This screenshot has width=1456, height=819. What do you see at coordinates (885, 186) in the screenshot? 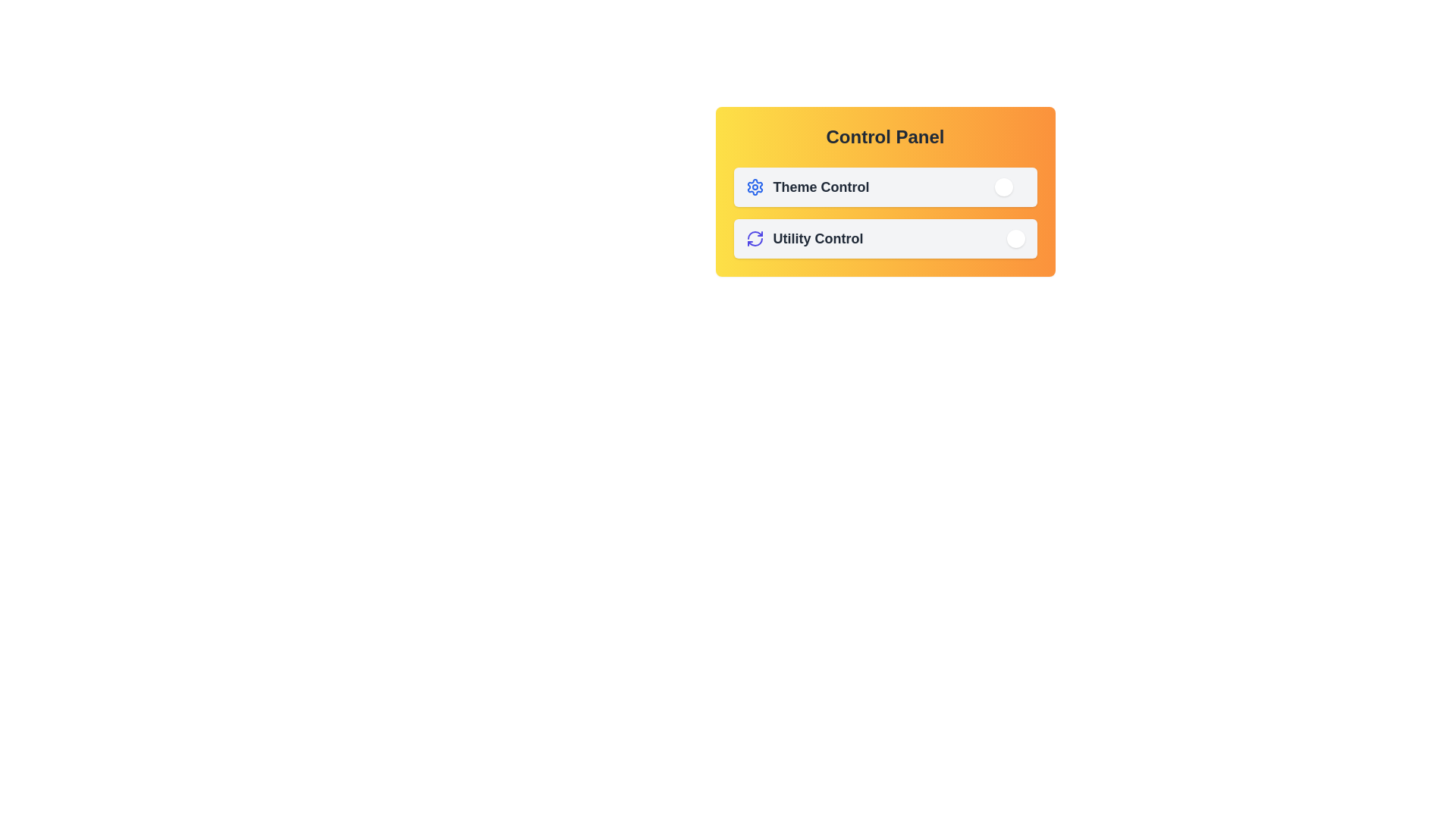
I see `the toggle switch in the 'Theme Control' section` at bounding box center [885, 186].